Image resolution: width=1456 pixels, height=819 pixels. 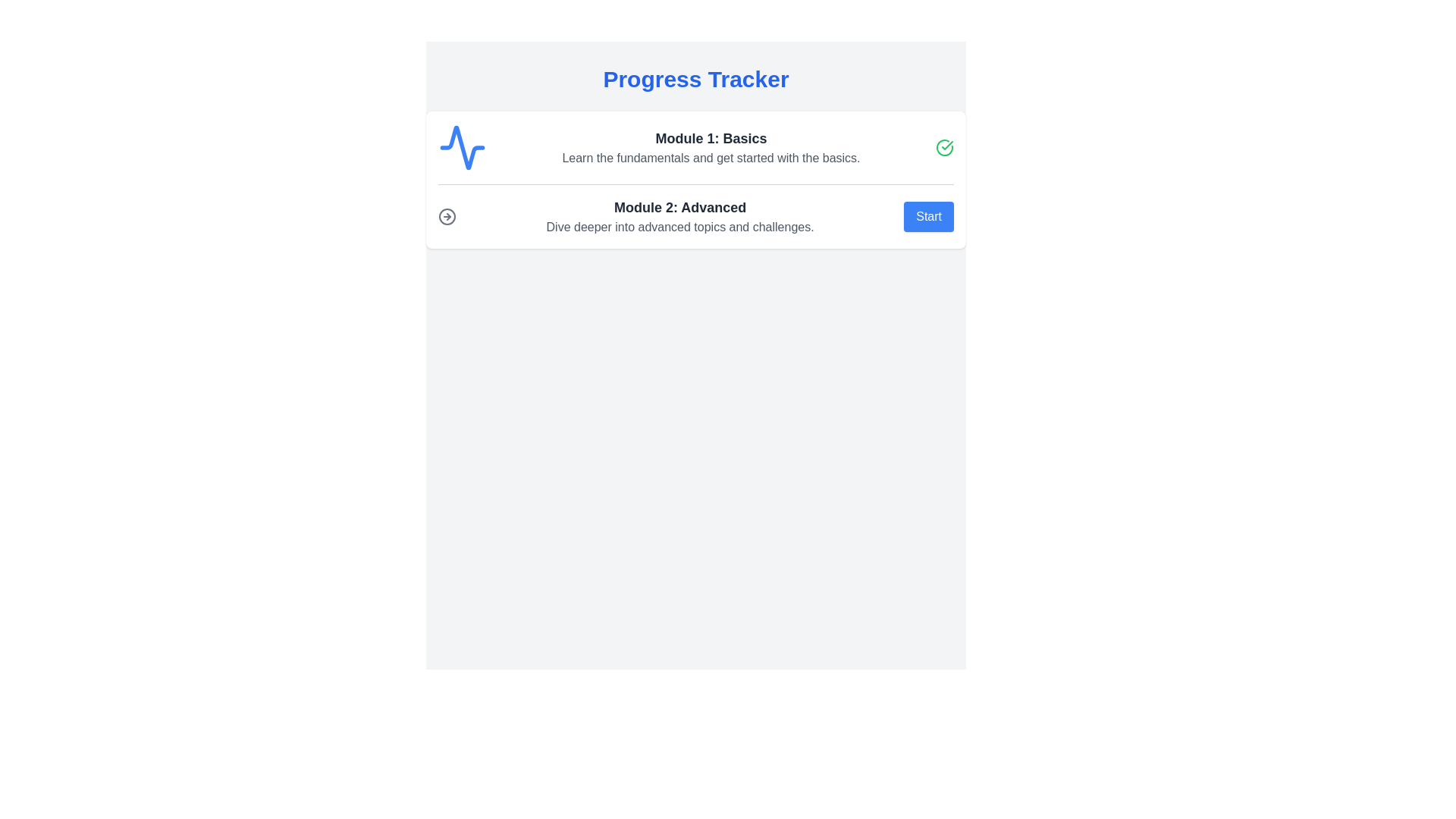 What do you see at coordinates (679, 227) in the screenshot?
I see `static text label displaying 'Dive deeper into advanced topics and challenges.' located below the heading 'Module 2: Advanced' in the Progress Tracker interface for informational purposes` at bounding box center [679, 227].